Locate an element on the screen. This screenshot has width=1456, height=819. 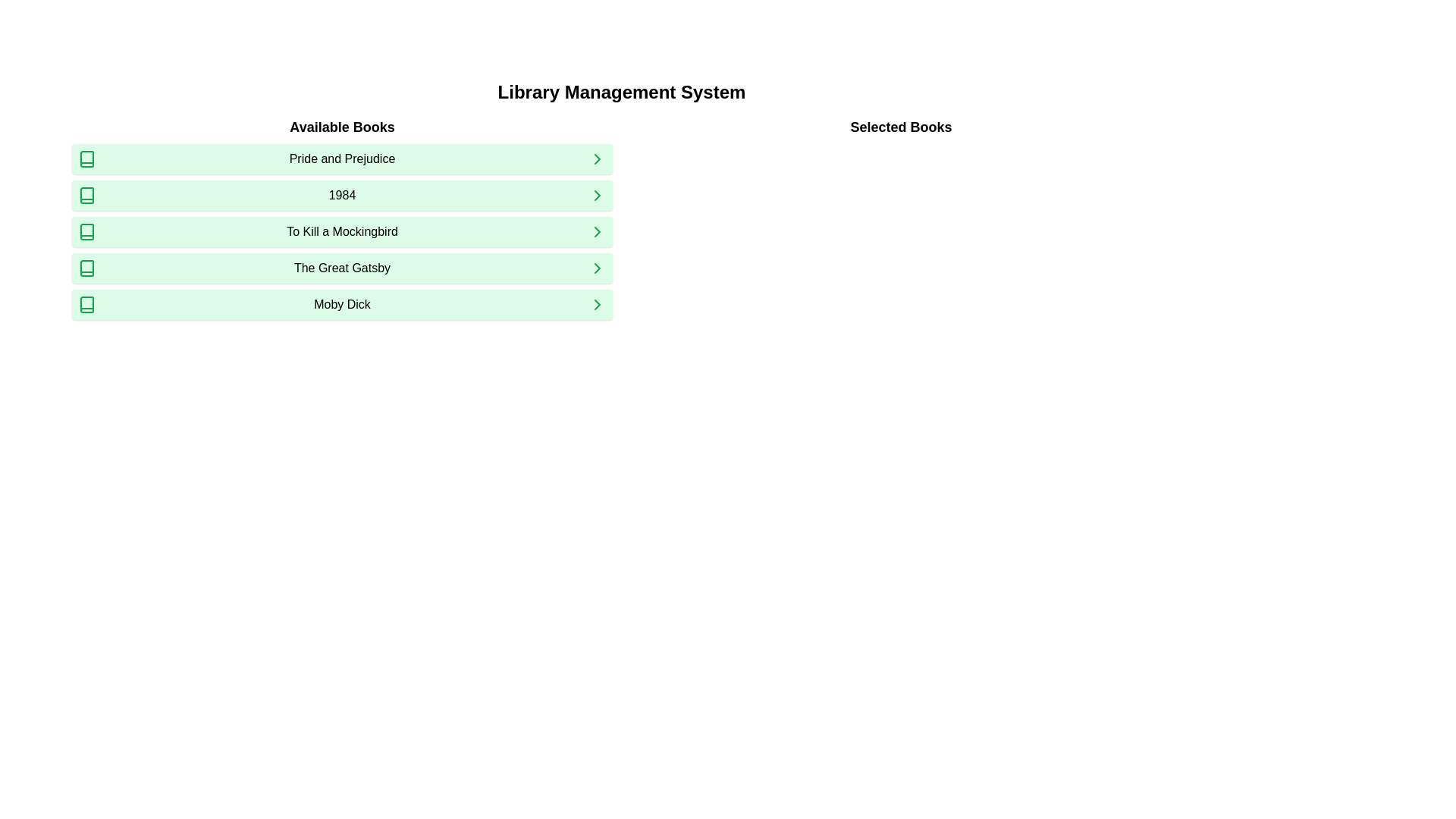
to select the book 'Pride and Prejudice' from the first item in the selectable list under the header 'Available Books' is located at coordinates (341, 158).